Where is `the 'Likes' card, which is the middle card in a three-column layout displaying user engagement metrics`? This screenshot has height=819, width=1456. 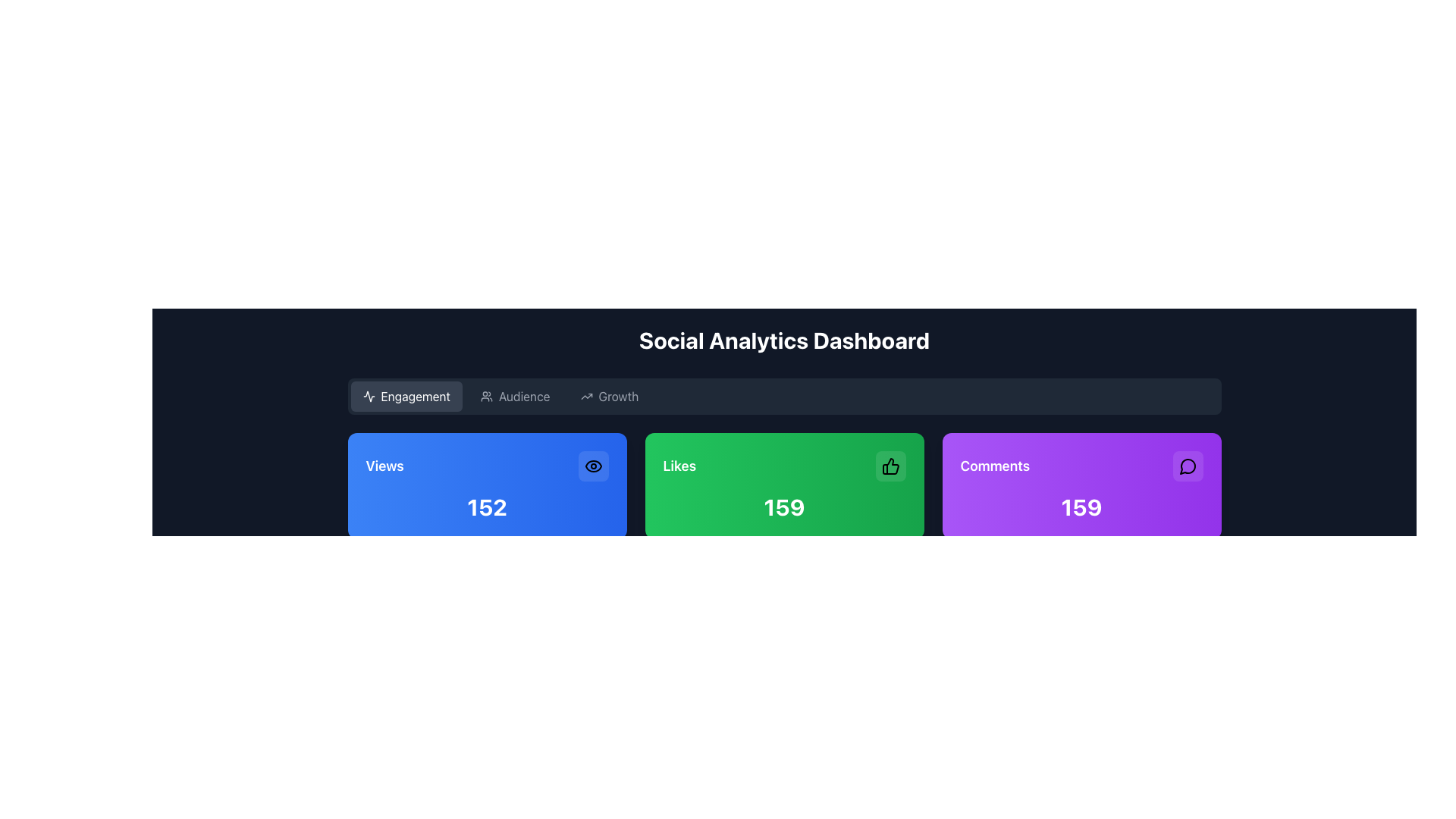
the 'Likes' card, which is the middle card in a three-column layout displaying user engagement metrics is located at coordinates (784, 485).